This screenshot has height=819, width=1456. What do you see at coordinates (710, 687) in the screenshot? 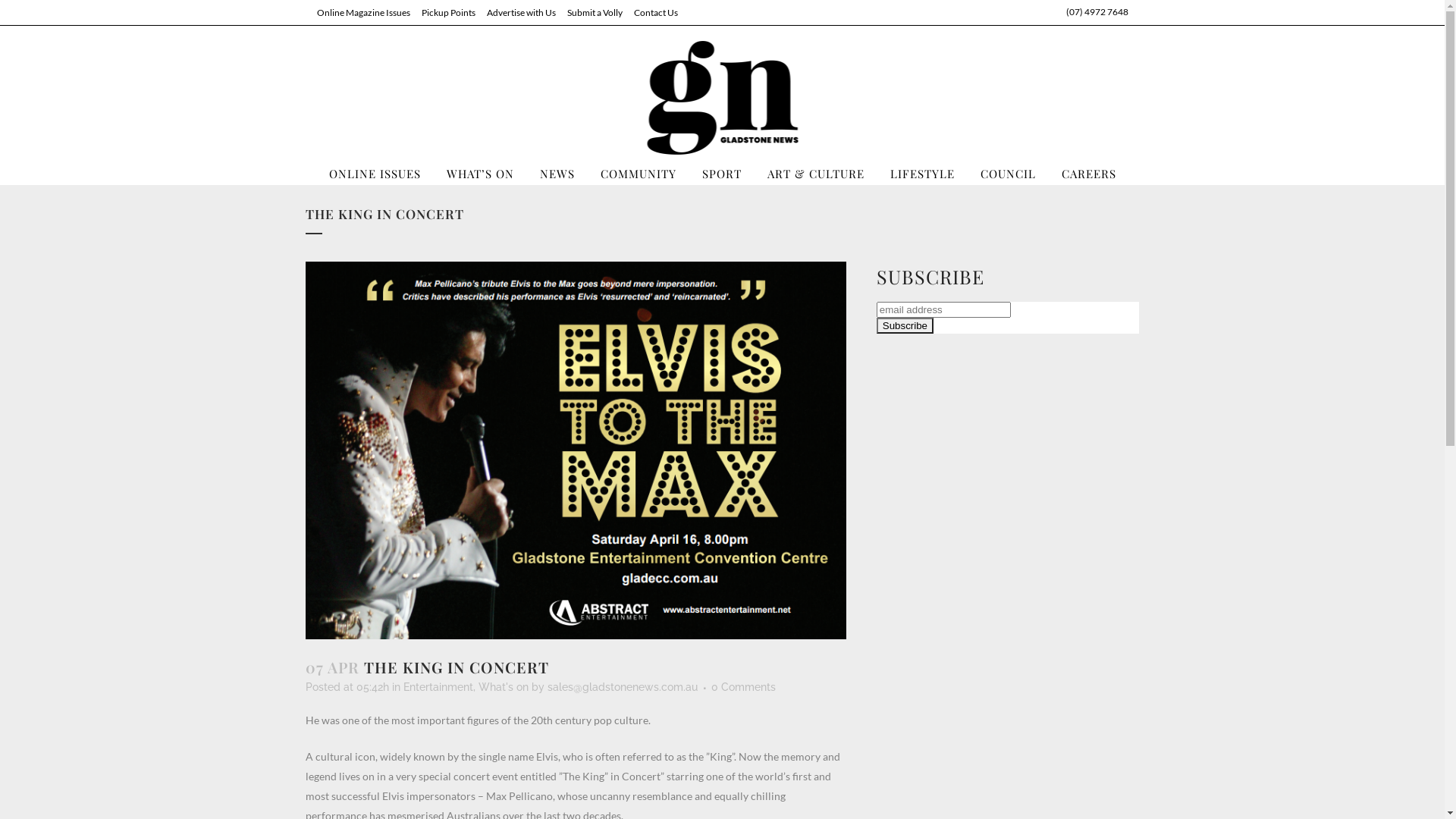
I see `'0 Comments'` at bounding box center [710, 687].